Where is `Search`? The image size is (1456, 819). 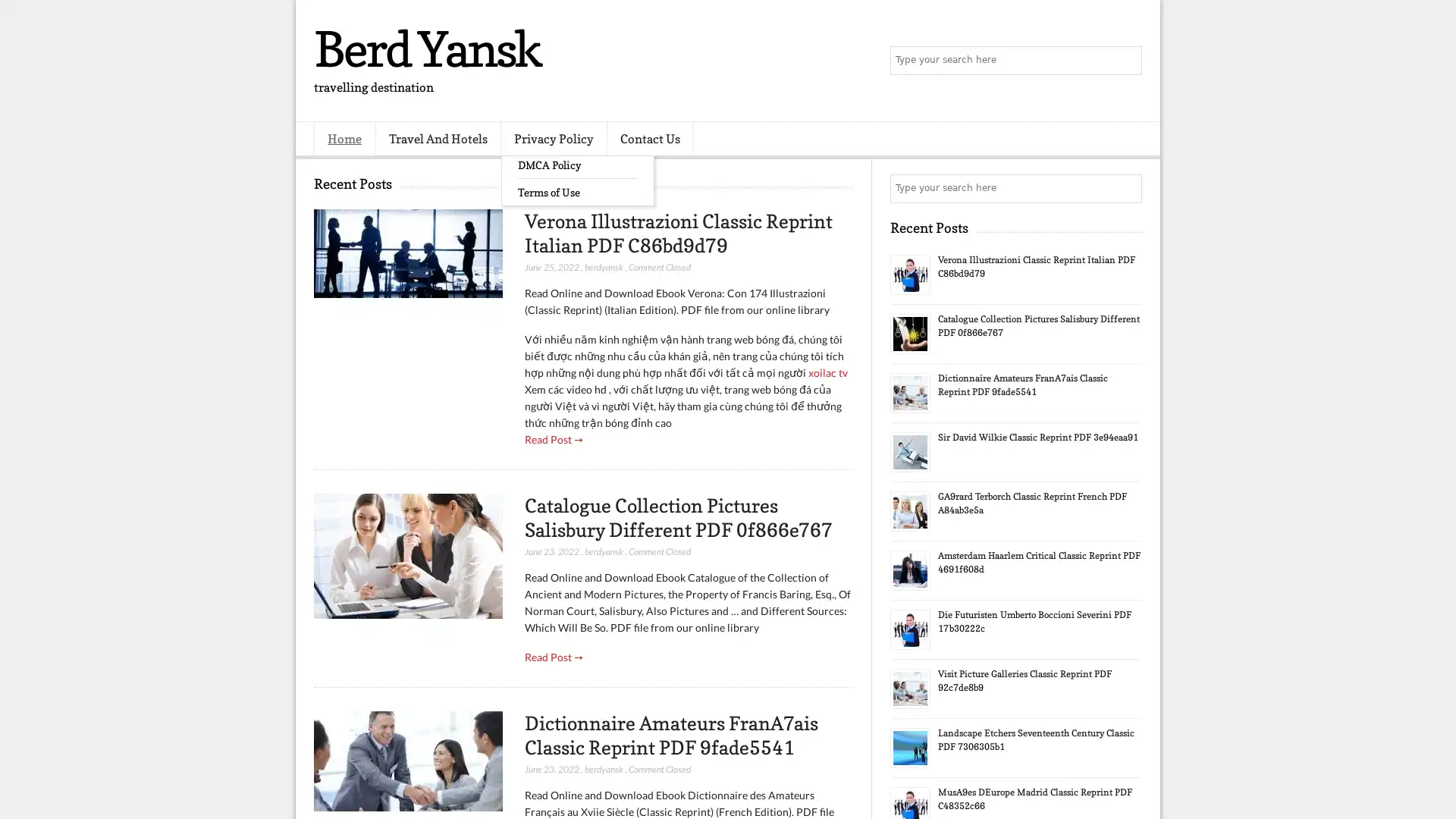 Search is located at coordinates (1126, 188).